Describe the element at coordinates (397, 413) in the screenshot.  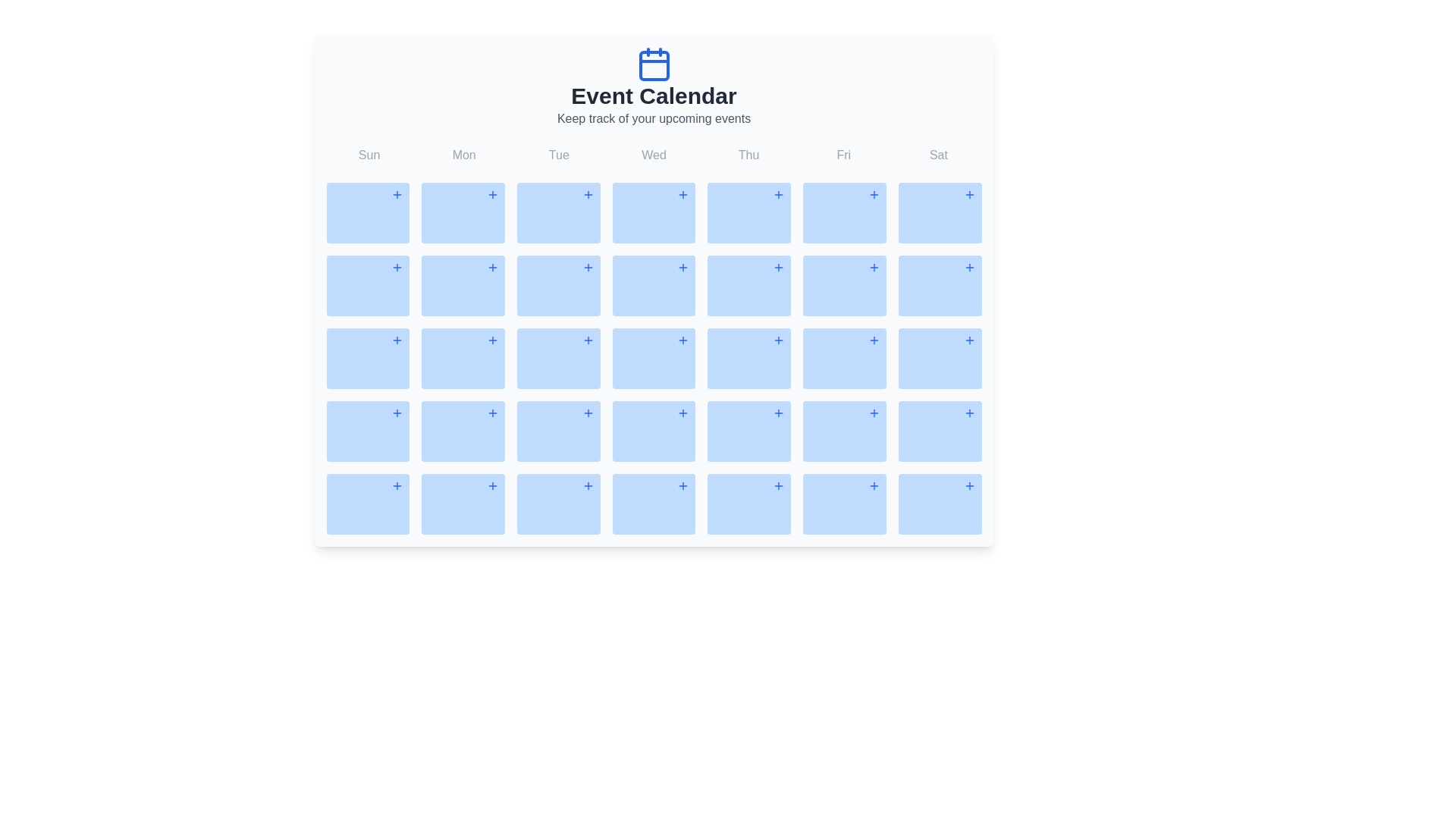
I see `the icon button located at the top-right corner of the fourth row, first column of the calendar grid` at that location.